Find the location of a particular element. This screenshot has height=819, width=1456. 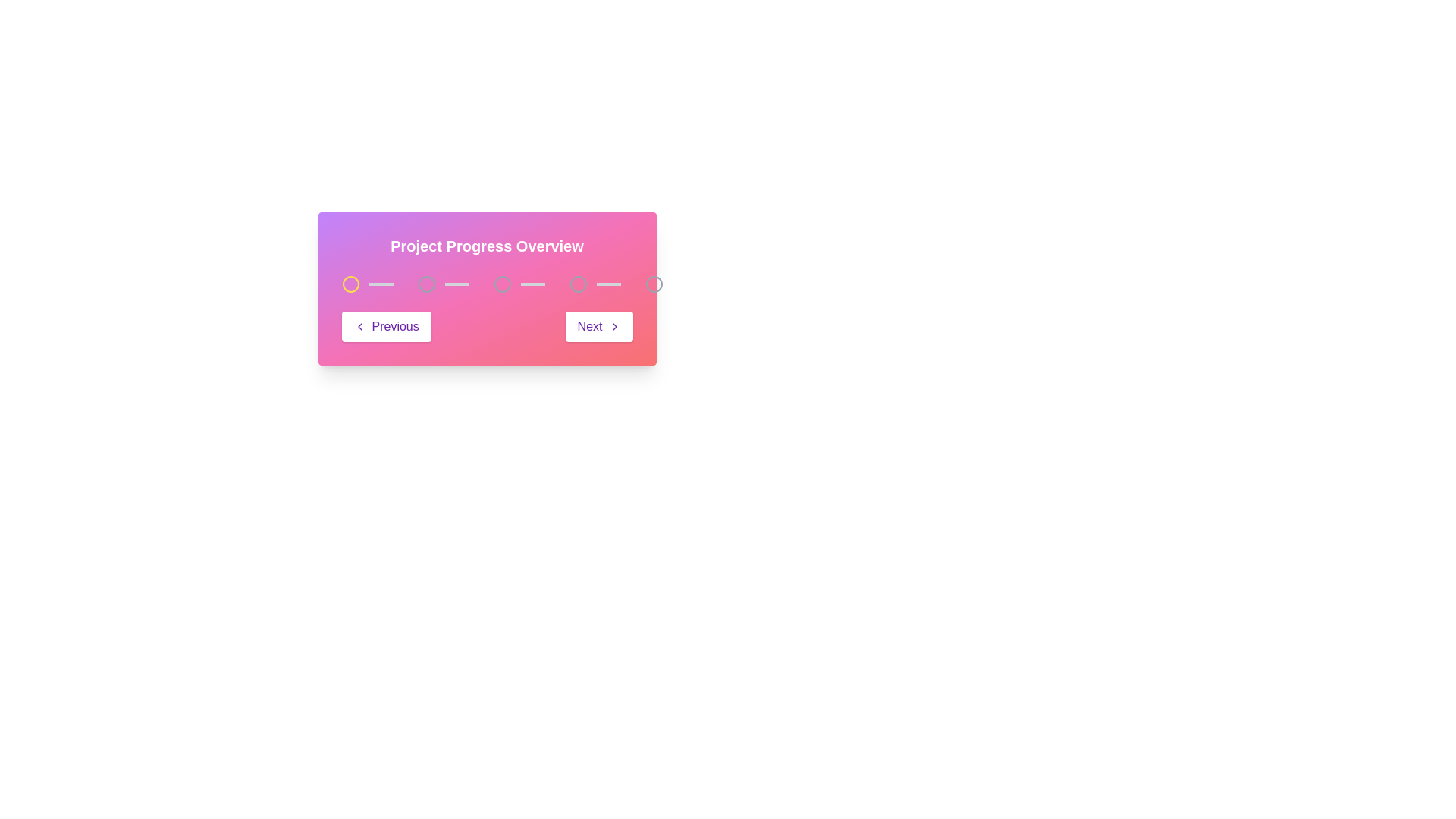

the circular progress indicator with a yellow border located on the left-most side of the row of progress indicators is located at coordinates (350, 284).